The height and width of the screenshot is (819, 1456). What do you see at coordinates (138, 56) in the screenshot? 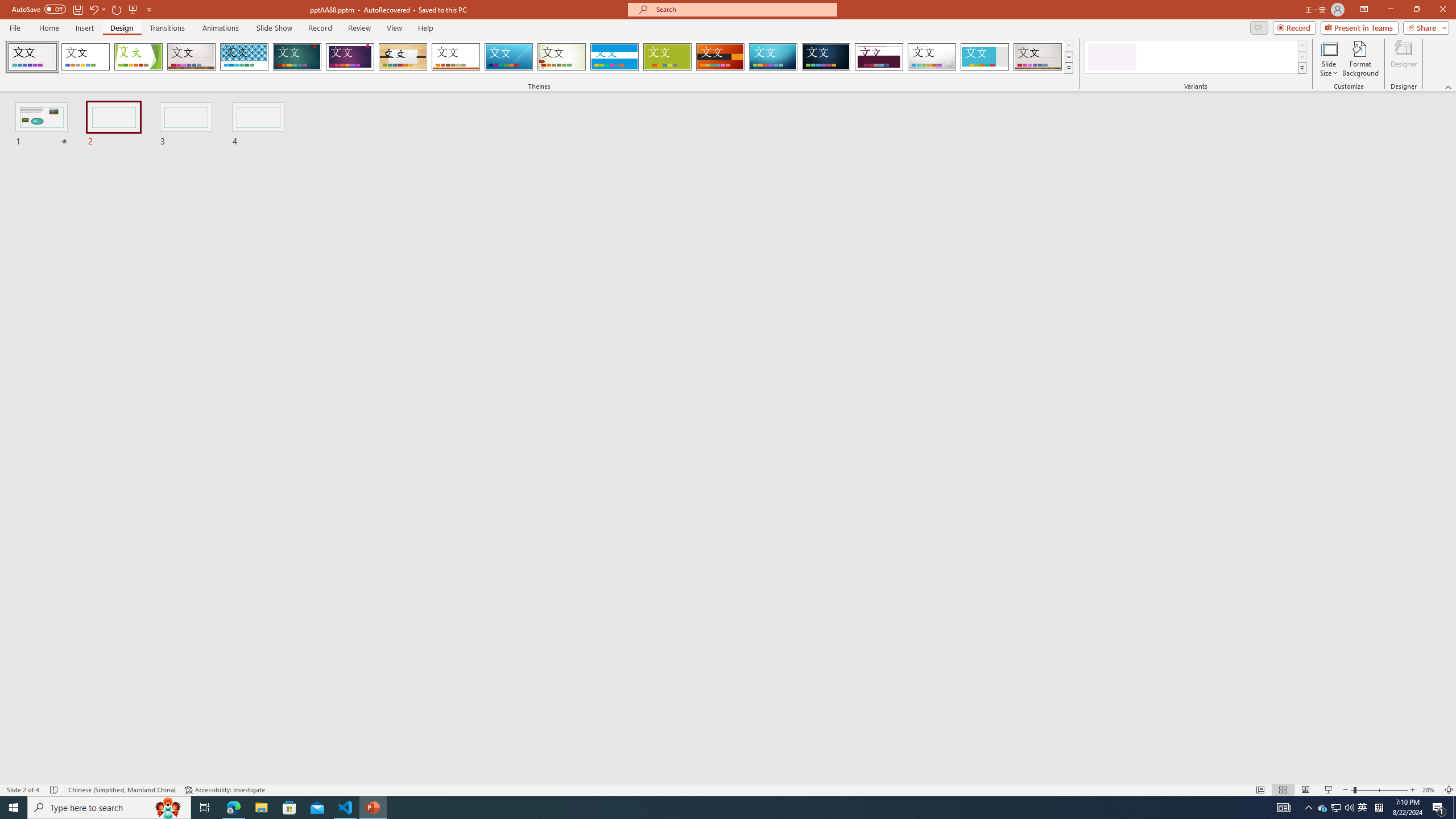
I see `'Facet'` at bounding box center [138, 56].